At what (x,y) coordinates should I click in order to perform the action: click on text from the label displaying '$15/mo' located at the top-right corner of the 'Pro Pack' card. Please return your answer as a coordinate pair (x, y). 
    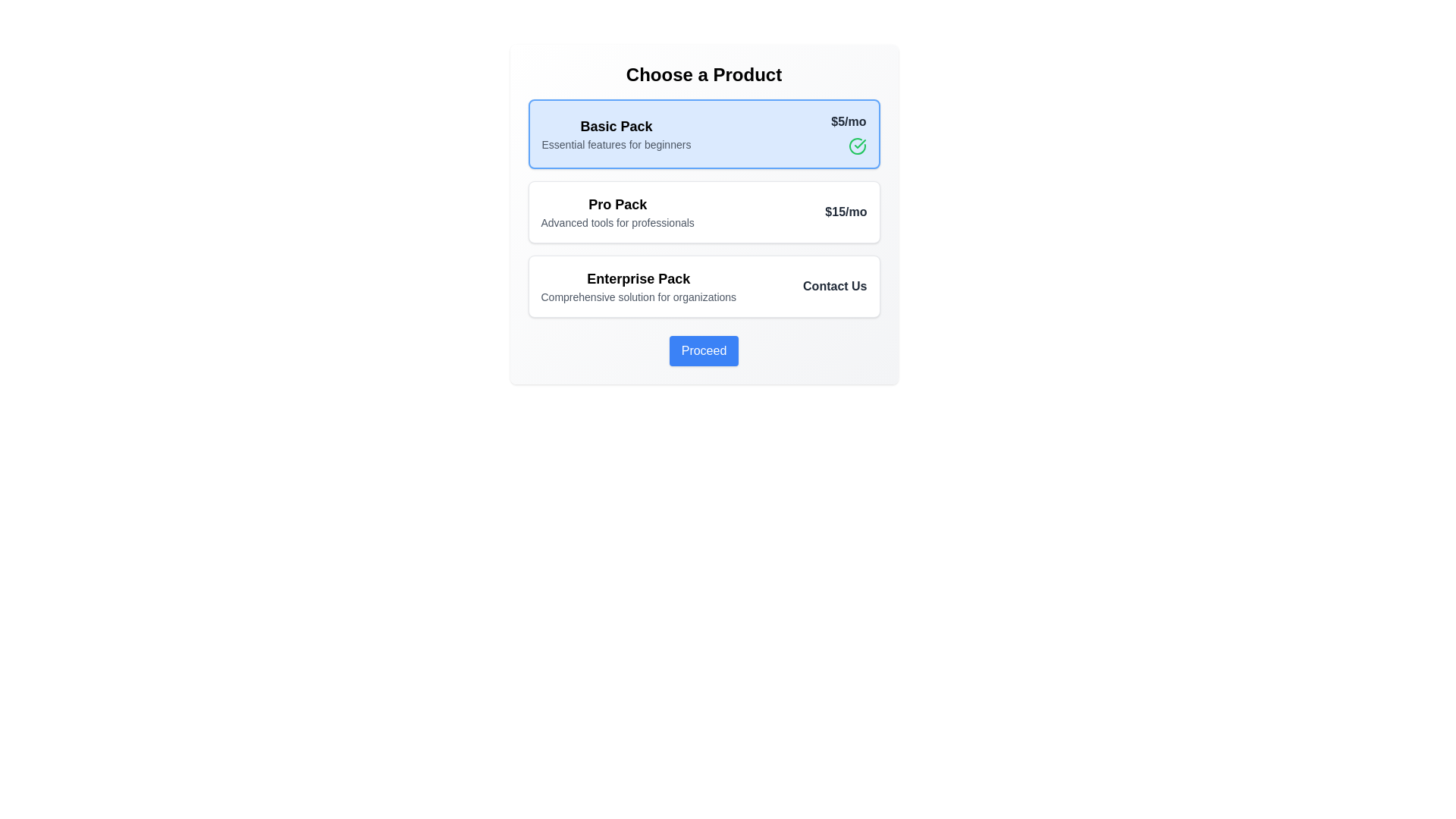
    Looking at the image, I should click on (845, 212).